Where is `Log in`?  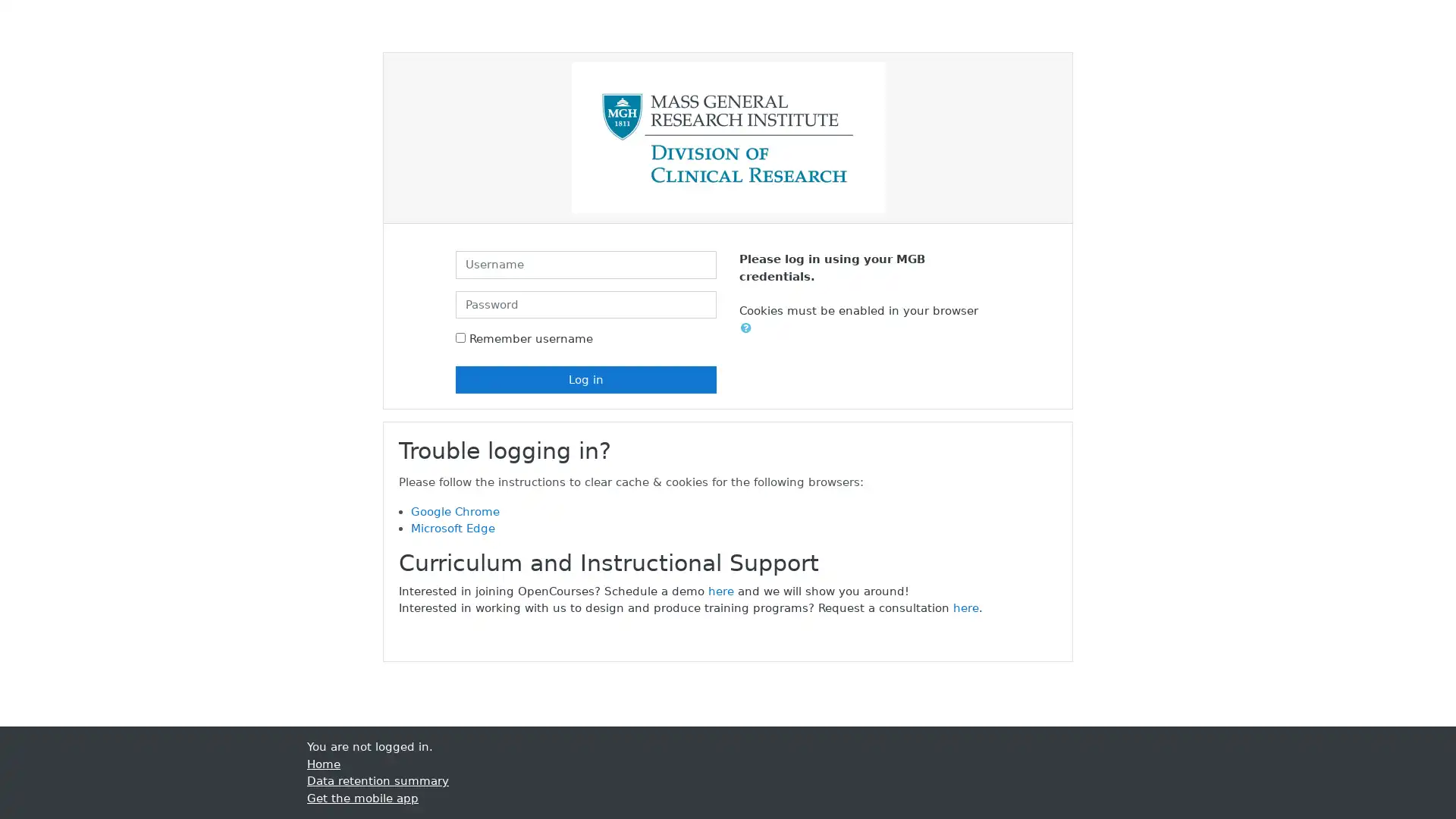 Log in is located at coordinates (585, 378).